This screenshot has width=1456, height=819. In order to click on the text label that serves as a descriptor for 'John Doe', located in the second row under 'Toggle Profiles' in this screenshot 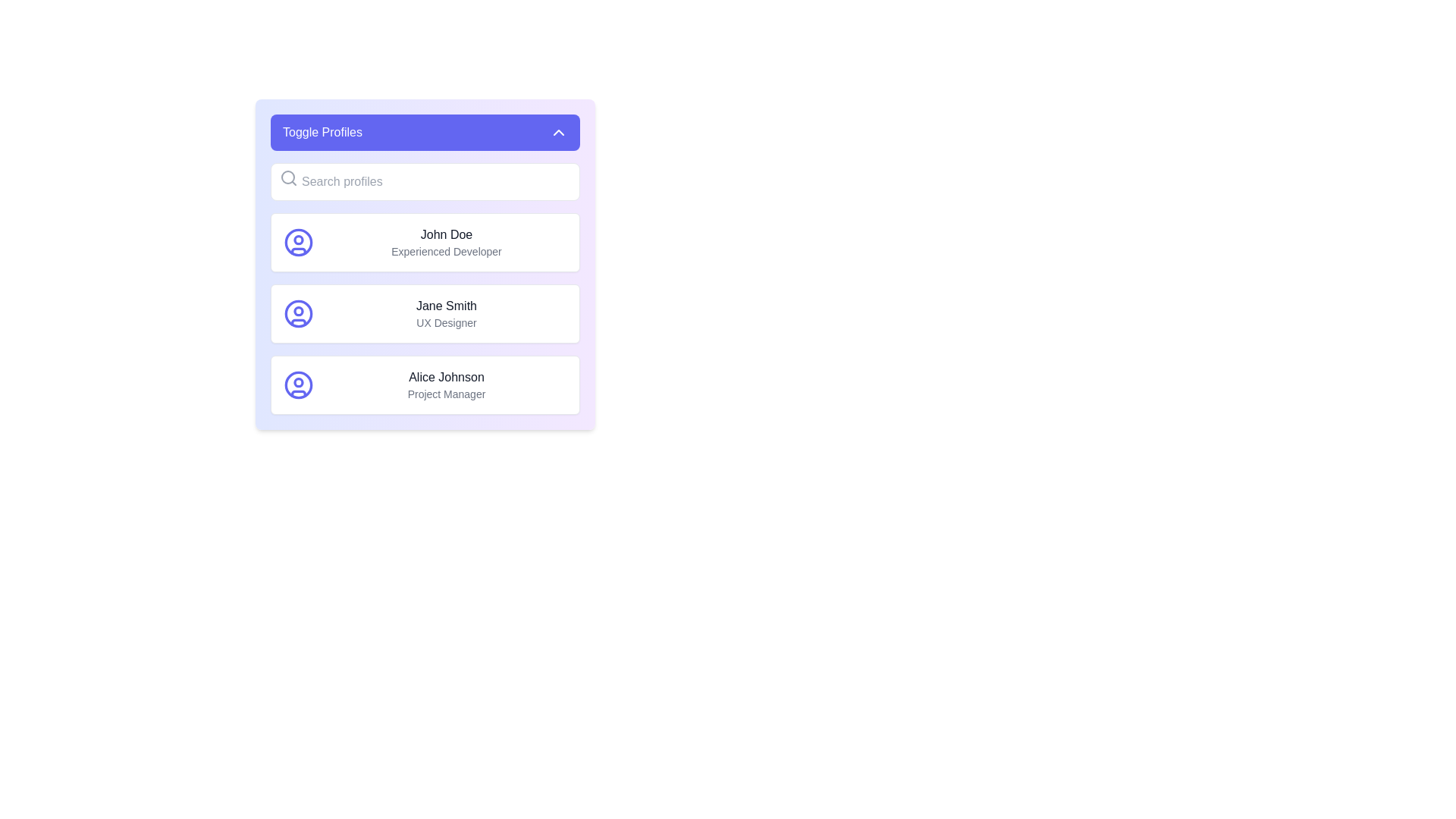, I will do `click(446, 250)`.